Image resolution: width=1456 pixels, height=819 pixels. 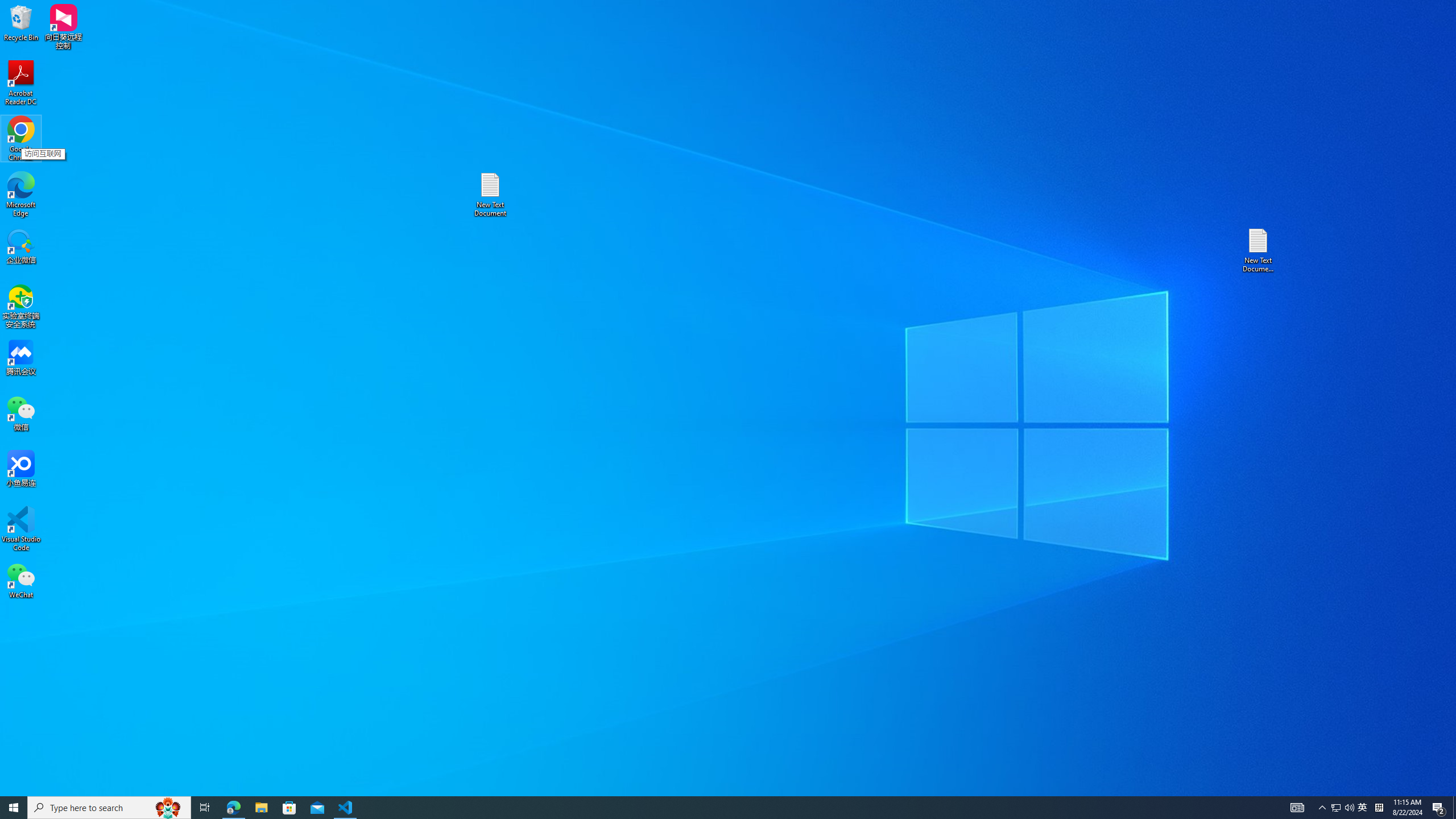 I want to click on 'Task View', so click(x=204, y=806).